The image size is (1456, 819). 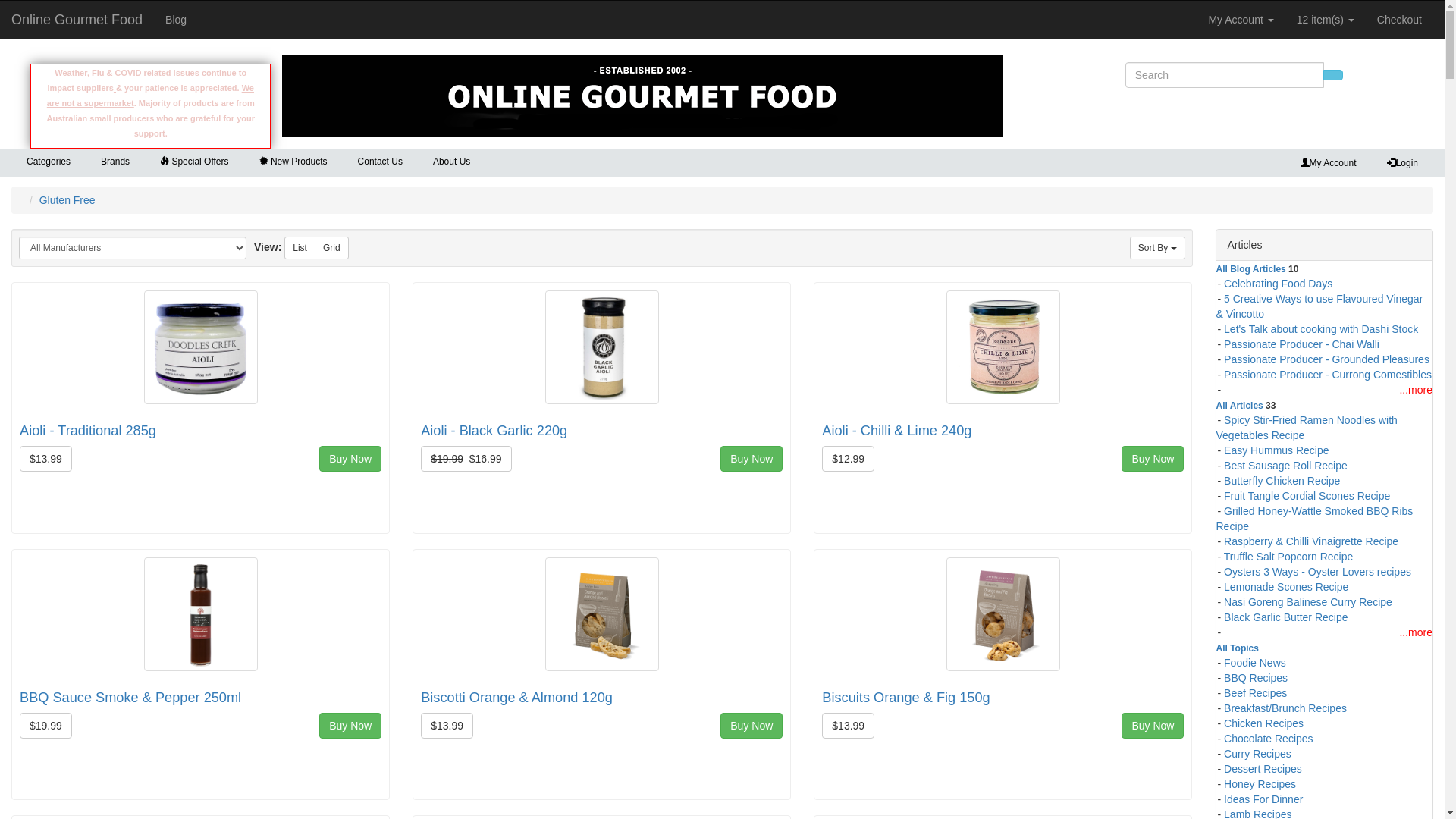 What do you see at coordinates (494, 430) in the screenshot?
I see `'Aioli - Black Garlic 220g'` at bounding box center [494, 430].